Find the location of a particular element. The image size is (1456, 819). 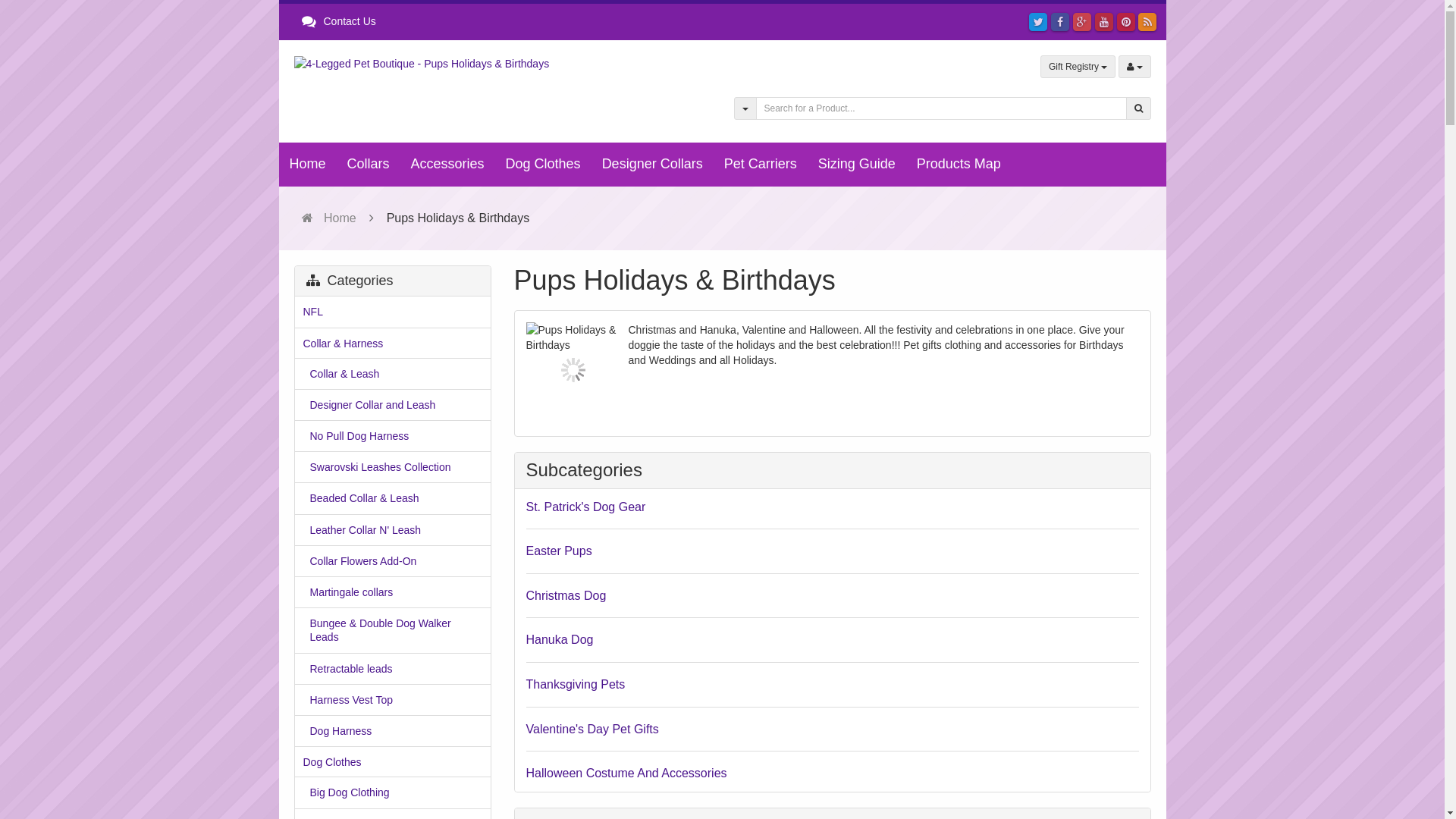

'No Pull Dog Harness' is located at coordinates (392, 435).